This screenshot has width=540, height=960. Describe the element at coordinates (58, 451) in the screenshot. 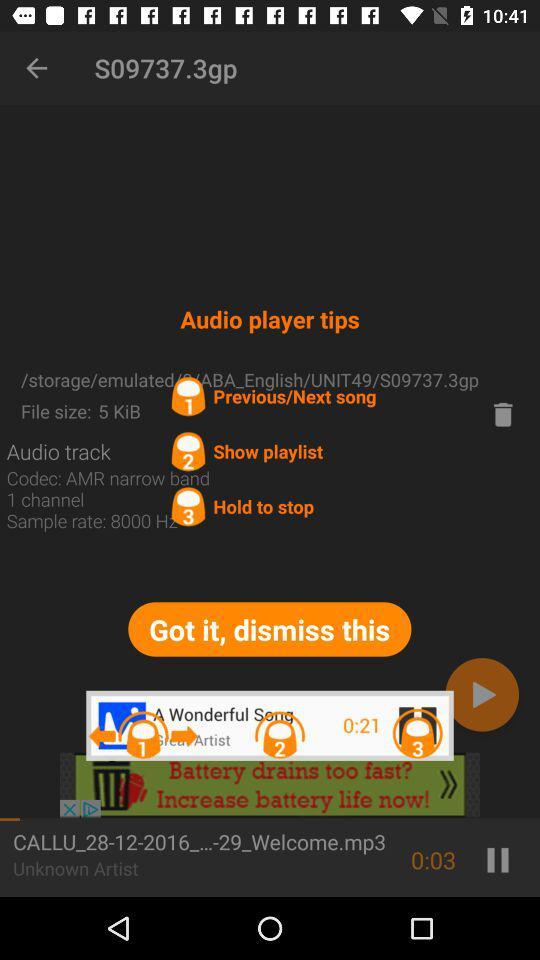

I see `the item below file size:` at that location.